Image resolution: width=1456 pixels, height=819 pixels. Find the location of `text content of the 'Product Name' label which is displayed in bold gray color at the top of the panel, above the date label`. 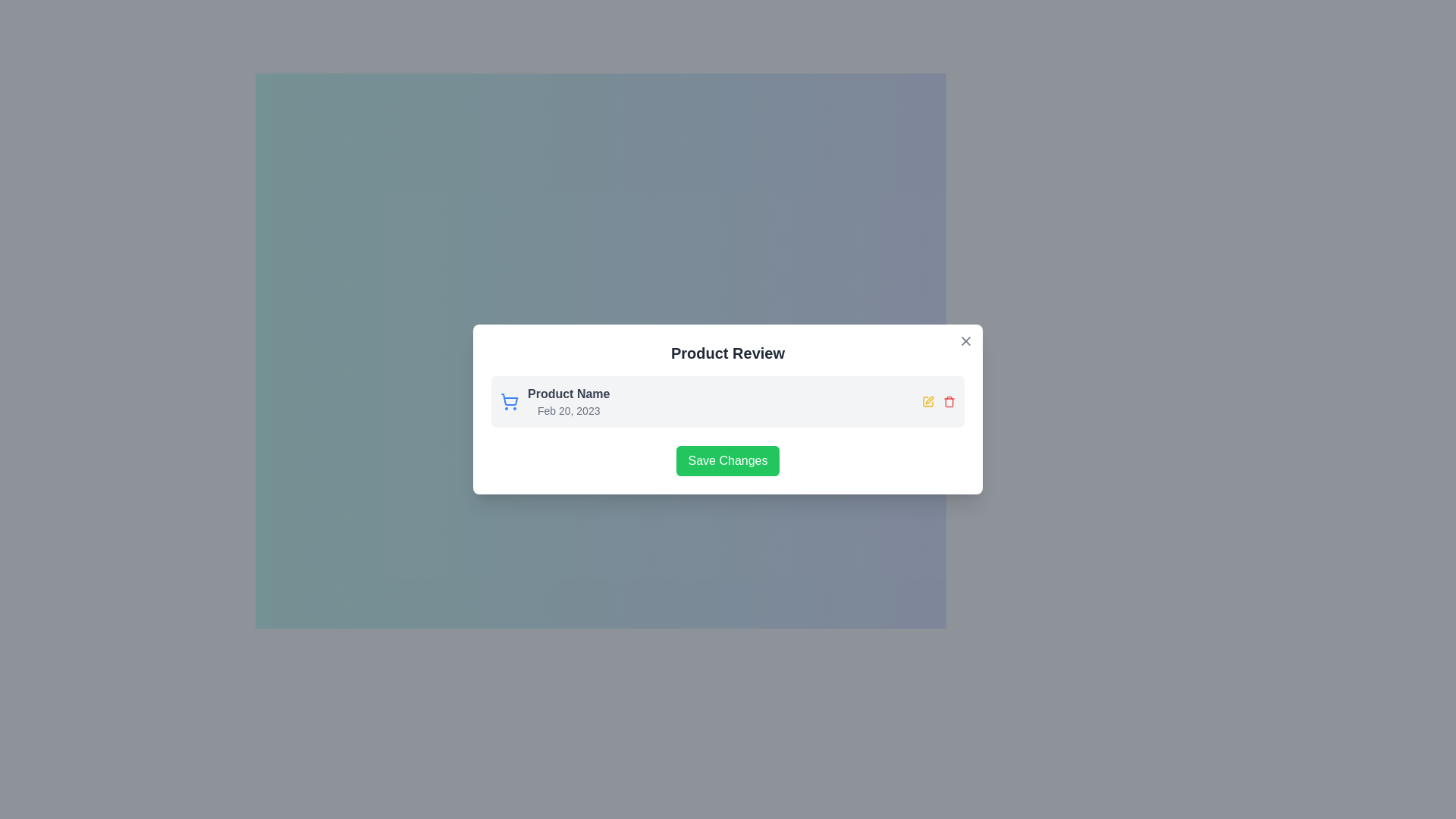

text content of the 'Product Name' label which is displayed in bold gray color at the top of the panel, above the date label is located at coordinates (568, 394).